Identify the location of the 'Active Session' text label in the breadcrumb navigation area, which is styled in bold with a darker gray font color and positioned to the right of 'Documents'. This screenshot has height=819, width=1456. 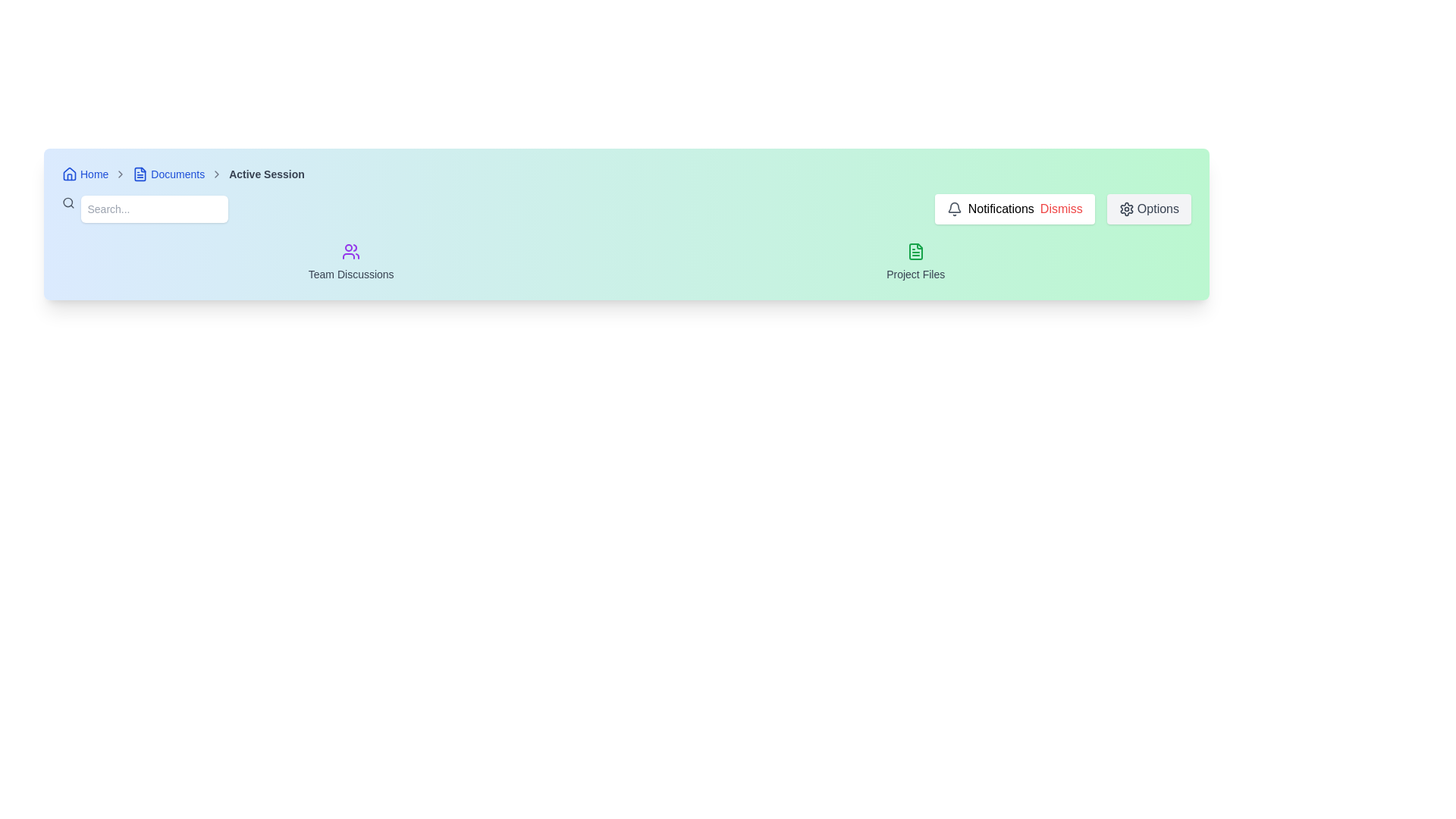
(266, 174).